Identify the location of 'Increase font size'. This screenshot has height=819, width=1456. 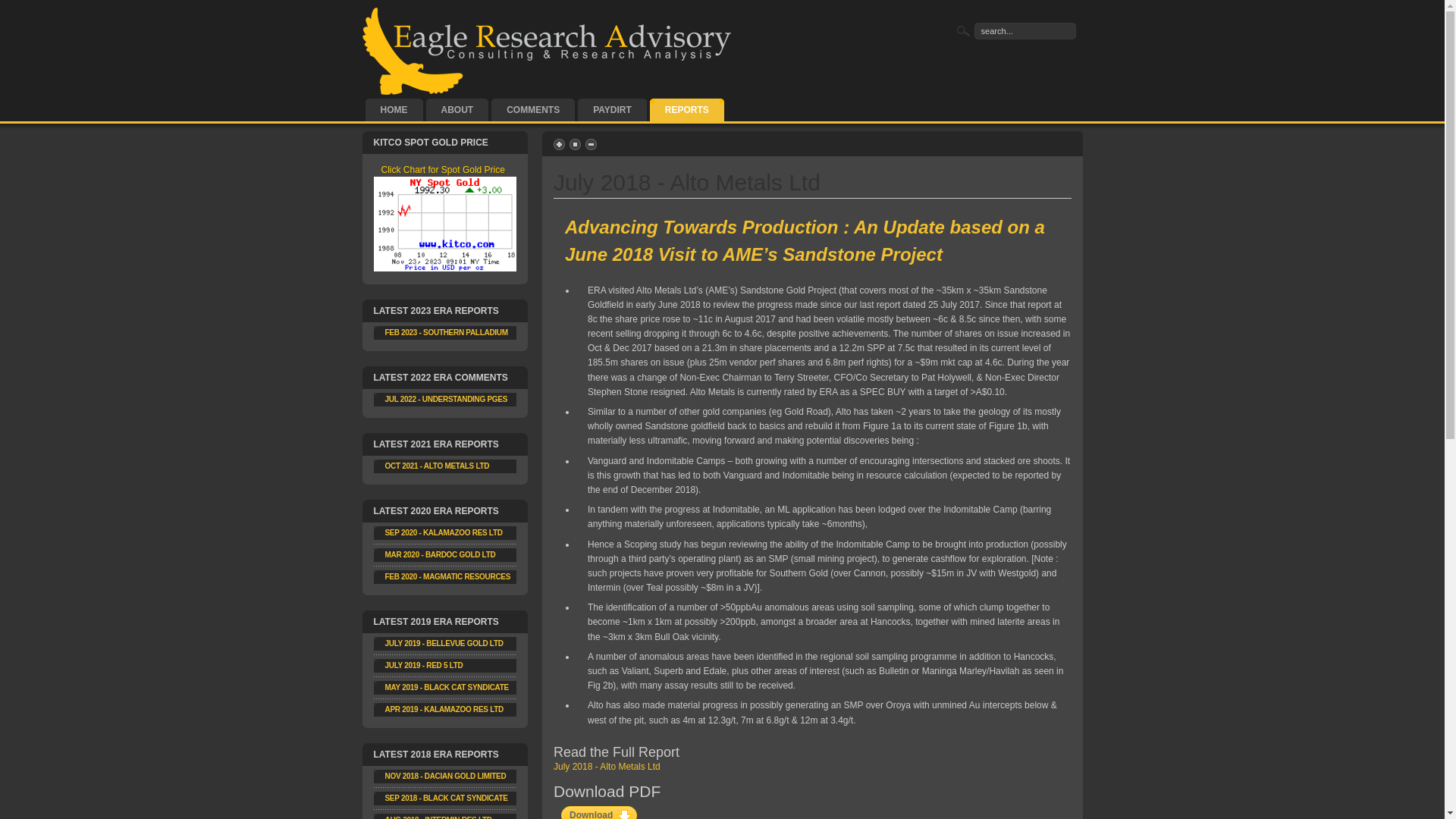
(560, 144).